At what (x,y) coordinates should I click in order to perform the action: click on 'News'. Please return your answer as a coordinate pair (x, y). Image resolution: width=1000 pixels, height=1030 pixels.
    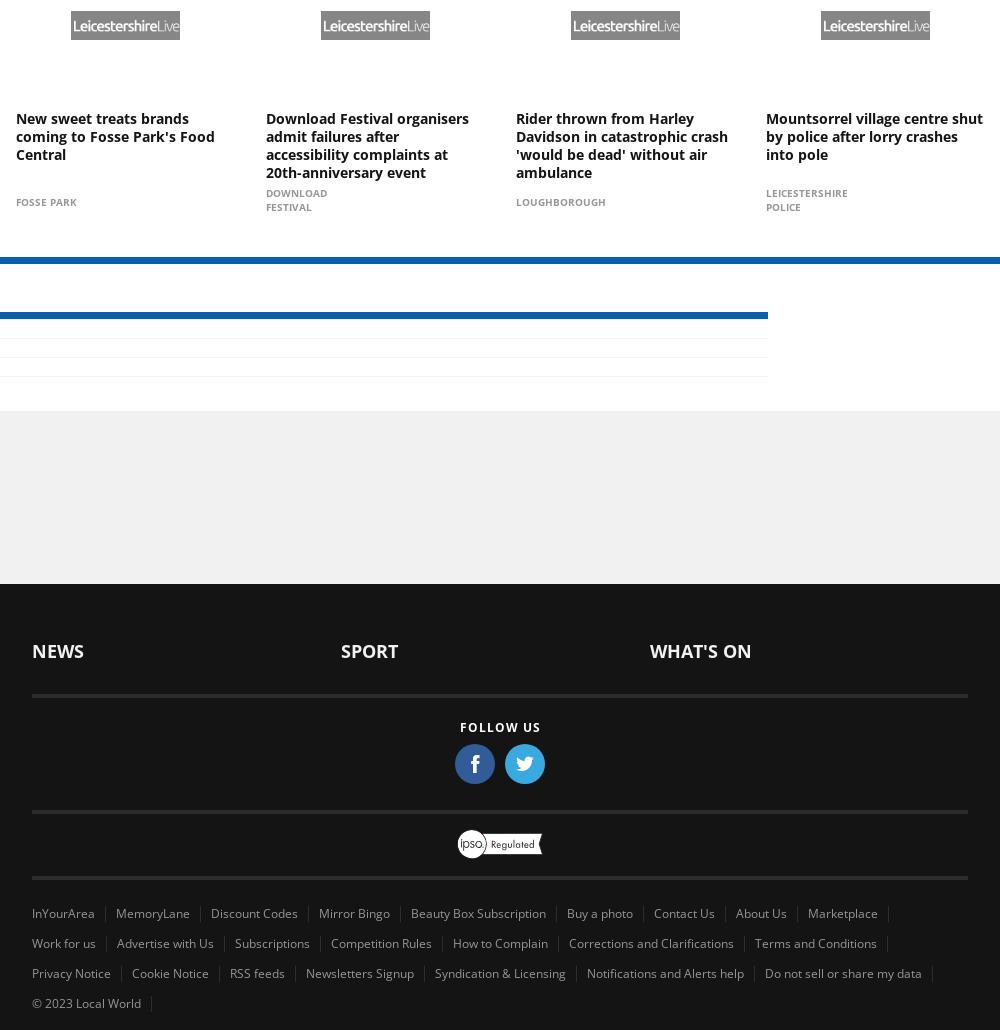
    Looking at the image, I should click on (58, 649).